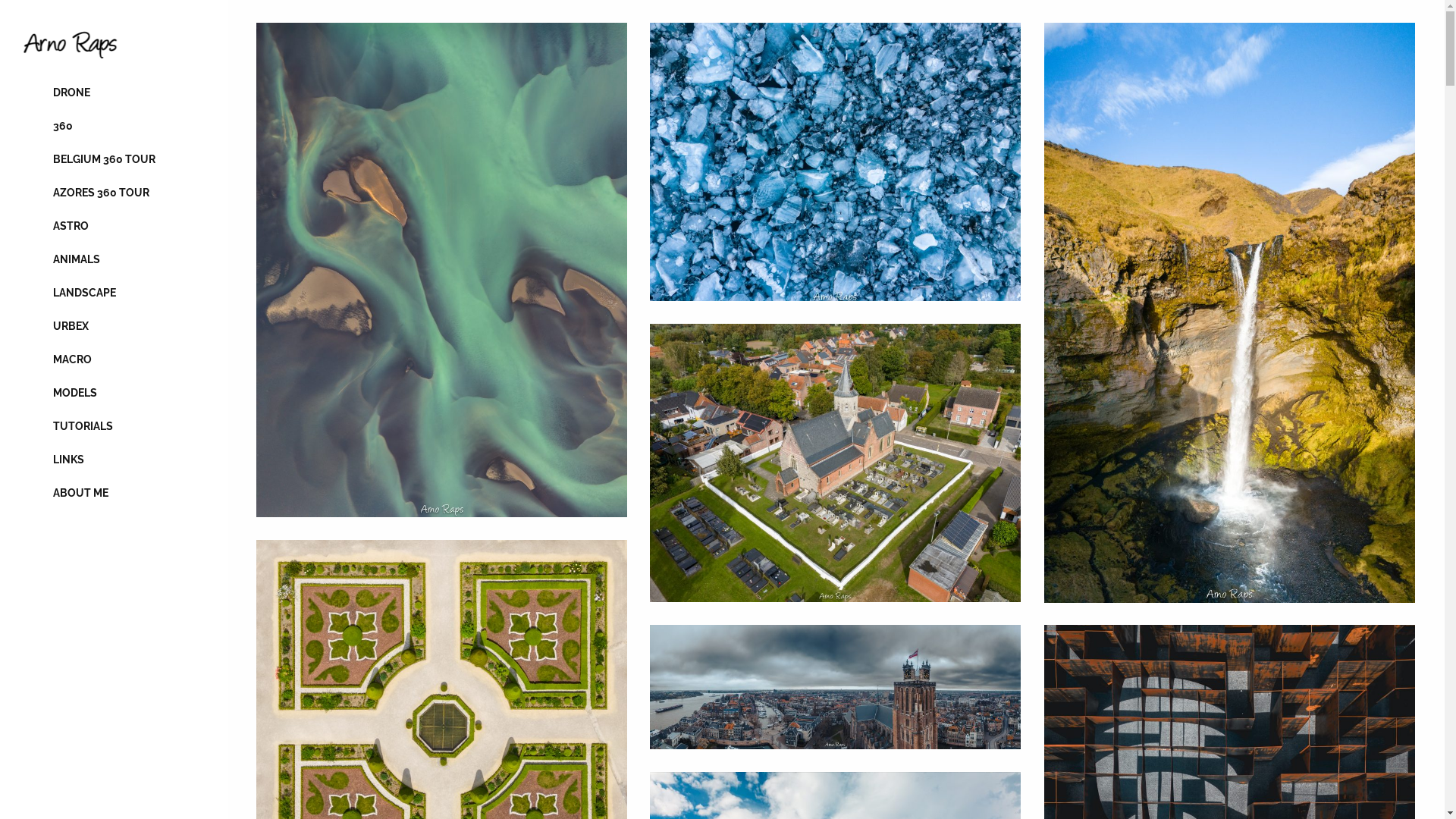  What do you see at coordinates (112, 124) in the screenshot?
I see `'360'` at bounding box center [112, 124].